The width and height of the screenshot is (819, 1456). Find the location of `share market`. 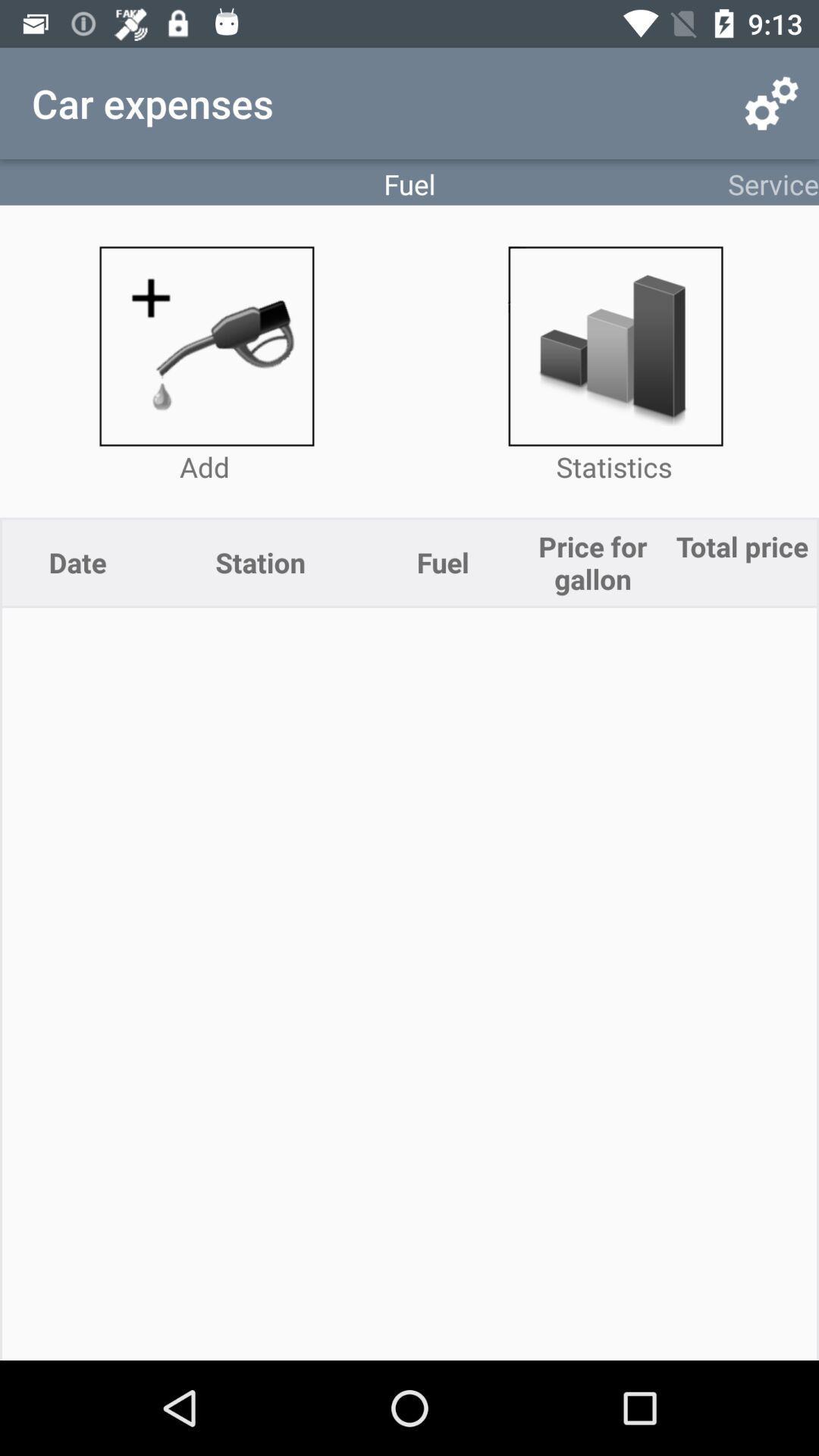

share market is located at coordinates (614, 345).